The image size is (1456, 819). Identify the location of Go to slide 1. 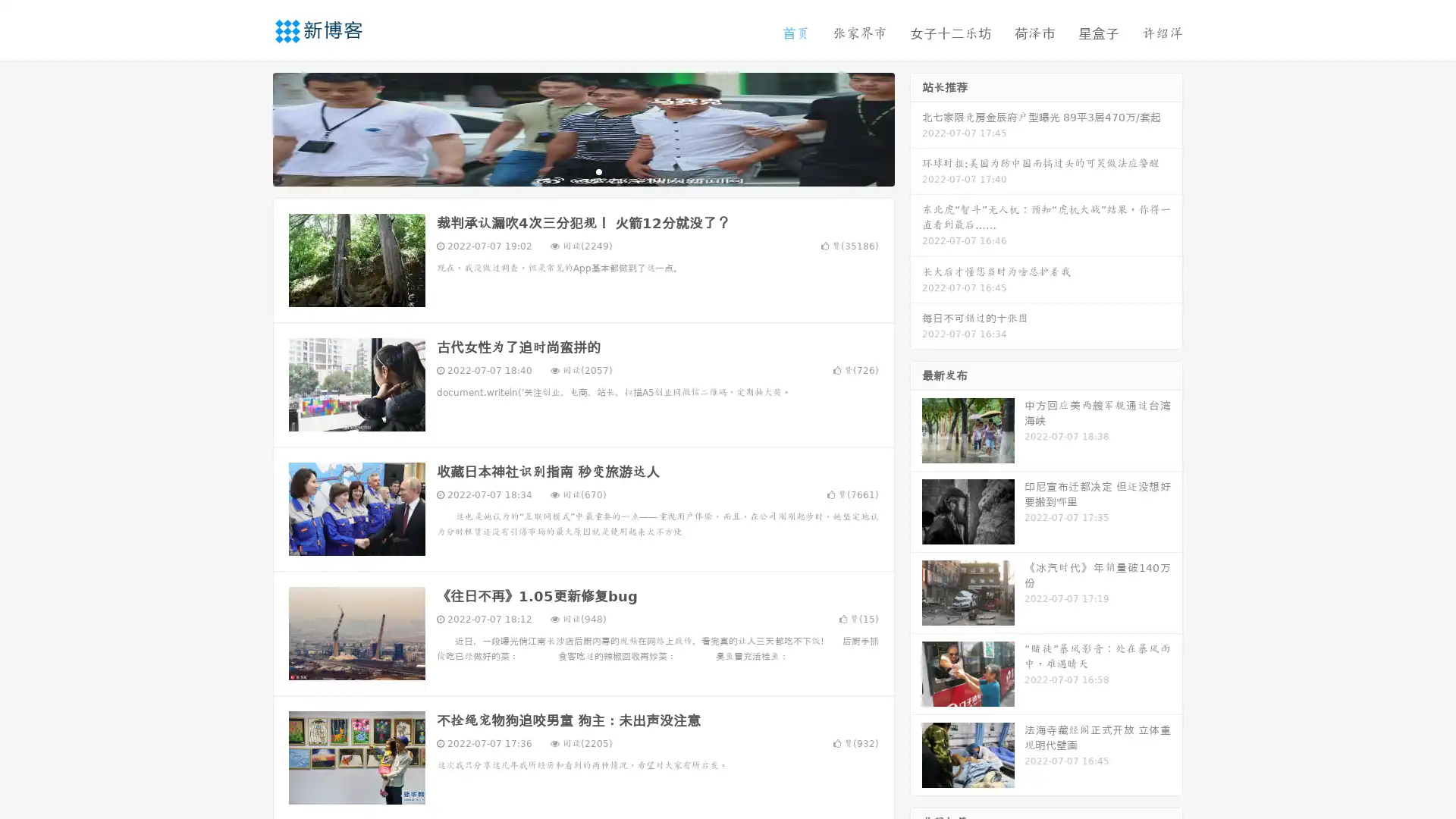
(567, 171).